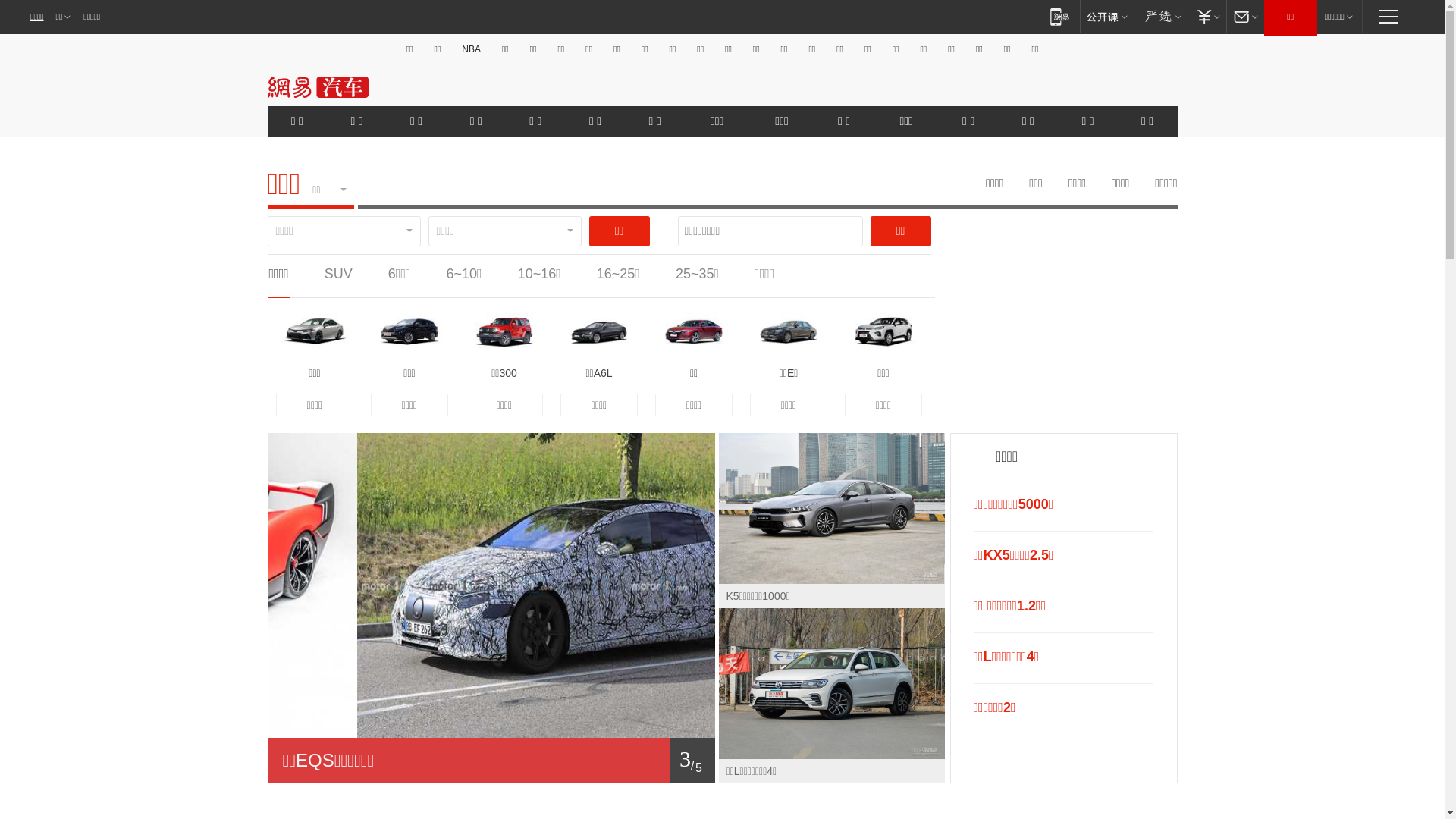 This screenshot has height=819, width=1456. I want to click on 'SUV', so click(337, 274).